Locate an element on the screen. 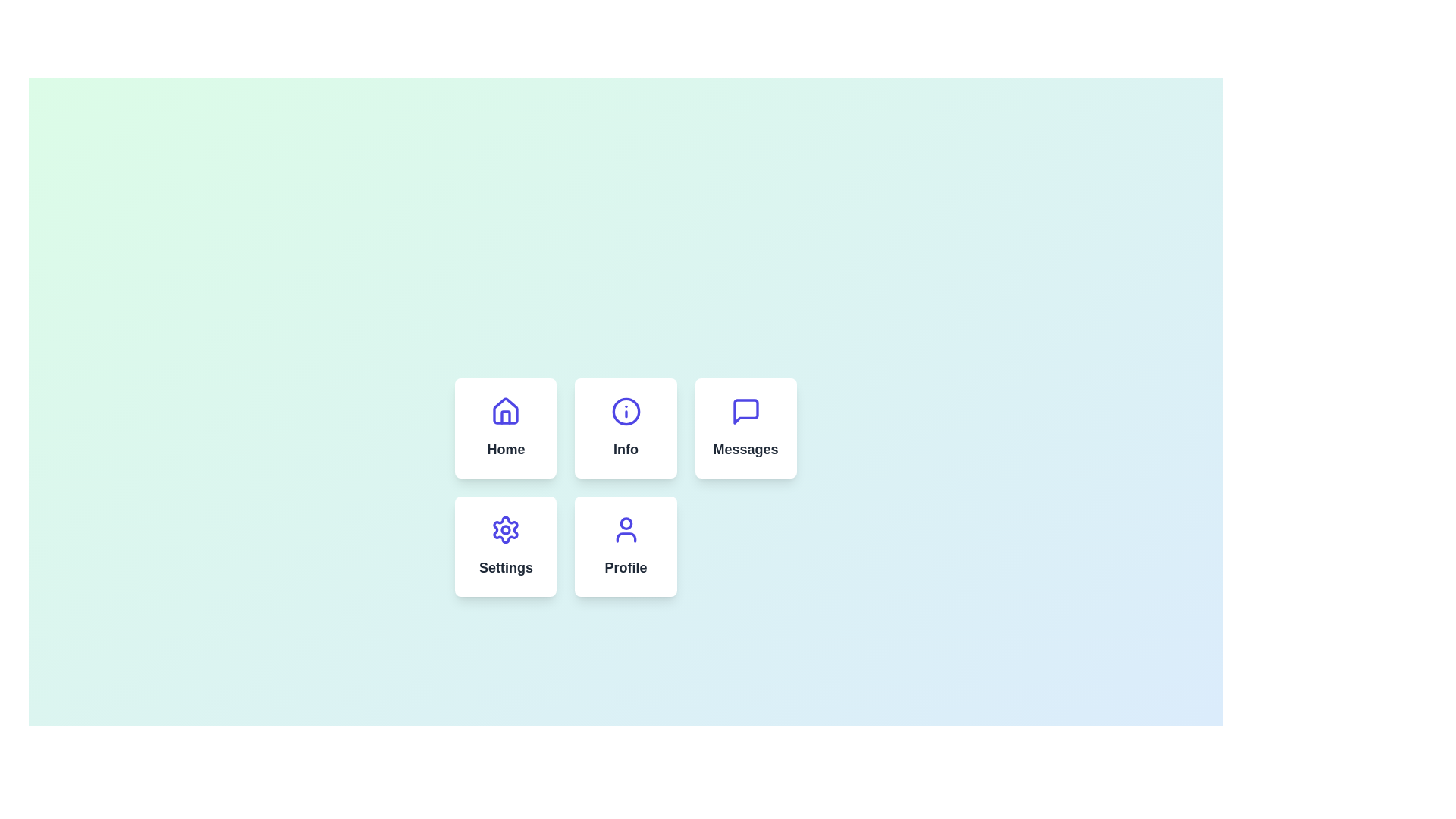  the speech bubble icon with a dot inside, which is styled with a thin, prominently indigo outline and located at the top center of the 'Messages' card in the grid layout is located at coordinates (745, 412).